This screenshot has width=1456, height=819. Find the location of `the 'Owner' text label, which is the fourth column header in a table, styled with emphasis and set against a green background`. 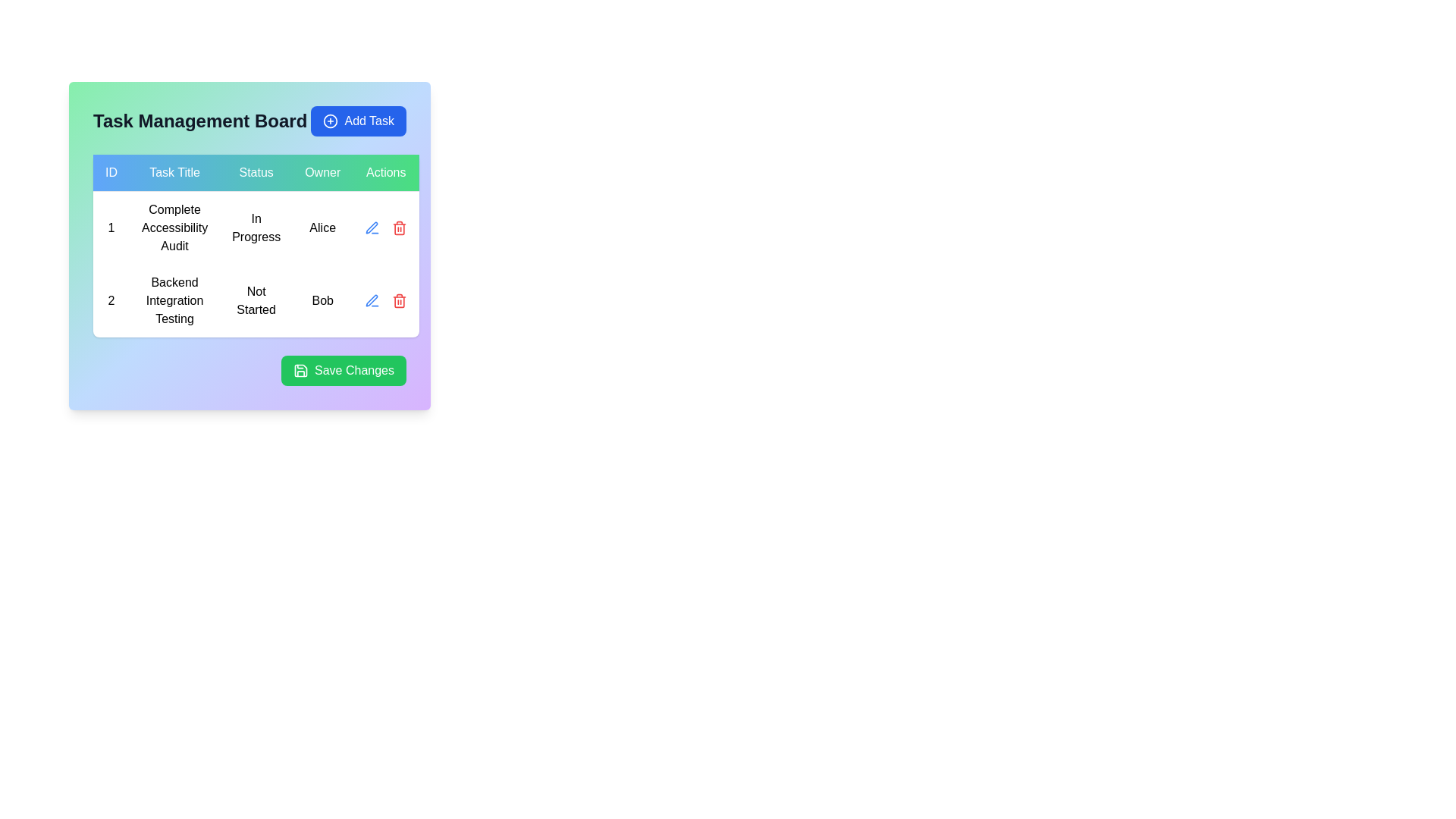

the 'Owner' text label, which is the fourth column header in a table, styled with emphasis and set against a green background is located at coordinates (322, 172).